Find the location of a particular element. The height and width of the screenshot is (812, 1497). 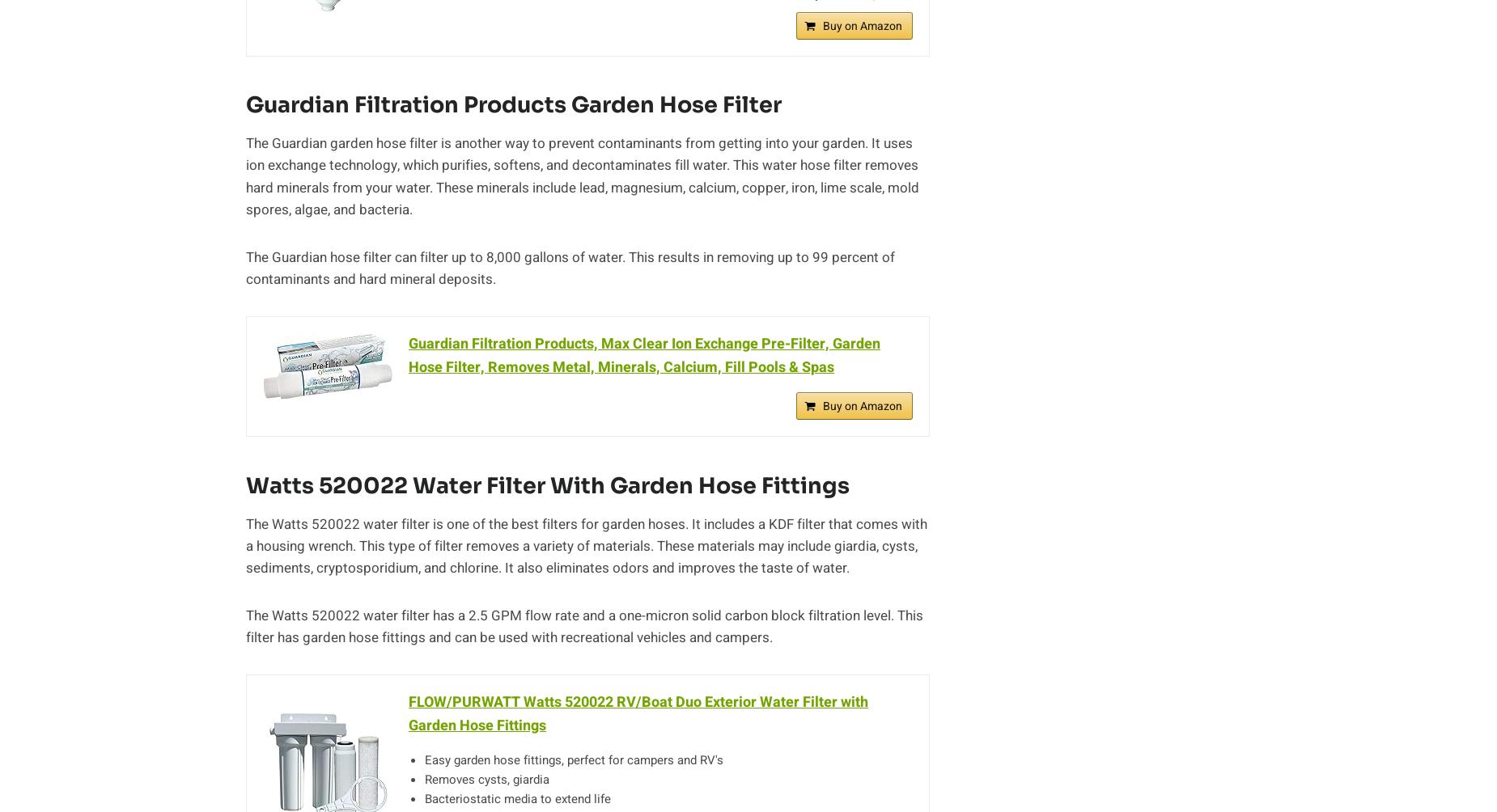

'The Guardian garden hose filter is another way to prevent contaminants from getting into your garden. It uses ion exchange technology, which purifies, softens, and decontaminates fill water. This water hose filter removes hard minerals from your water. These minerals include lead, magnesium, calcium, copper, iron, lime scale, mold spores, algae, and bacteria.' is located at coordinates (583, 175).